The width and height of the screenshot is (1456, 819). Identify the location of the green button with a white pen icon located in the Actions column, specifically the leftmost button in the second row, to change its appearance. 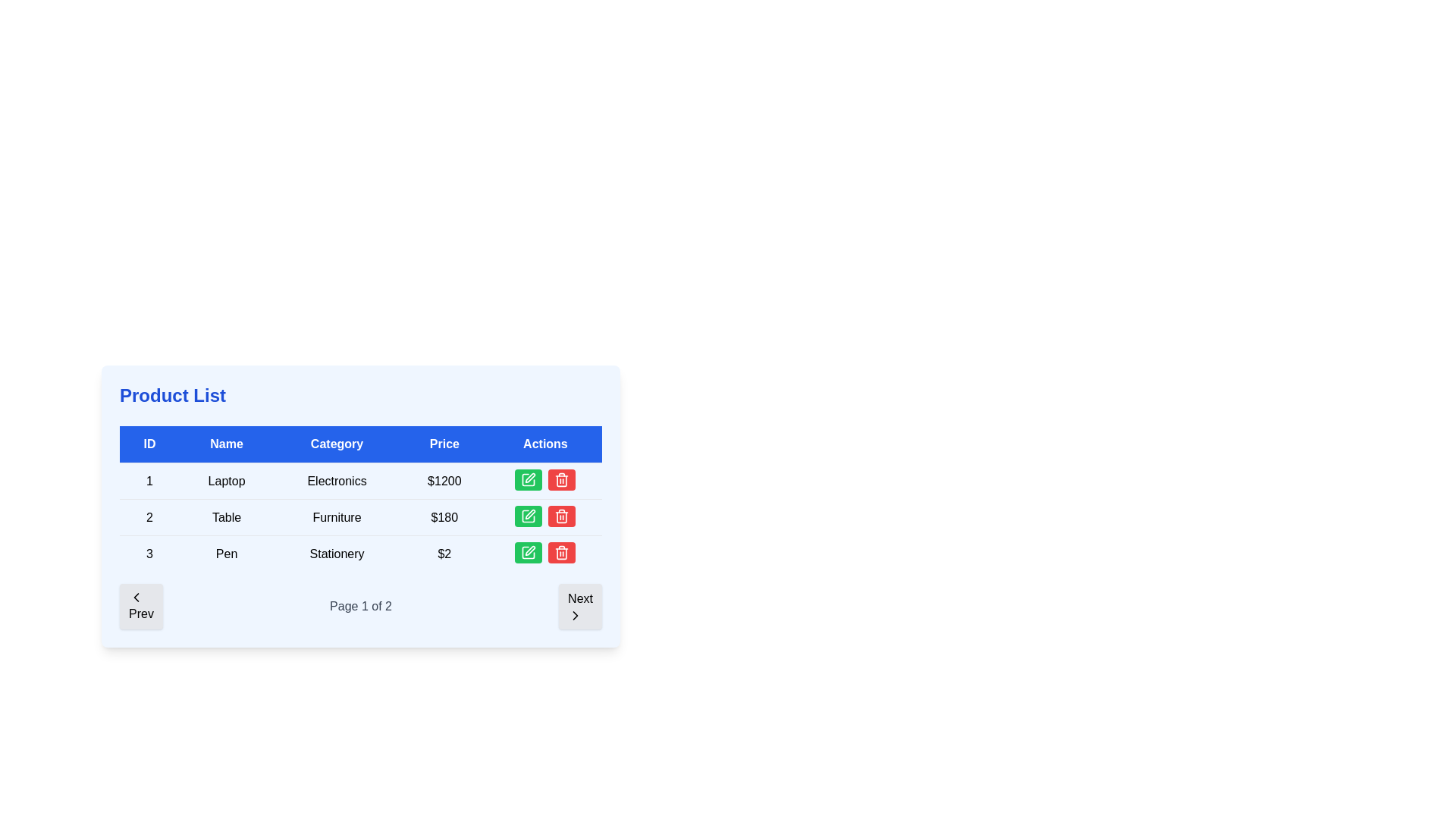
(529, 516).